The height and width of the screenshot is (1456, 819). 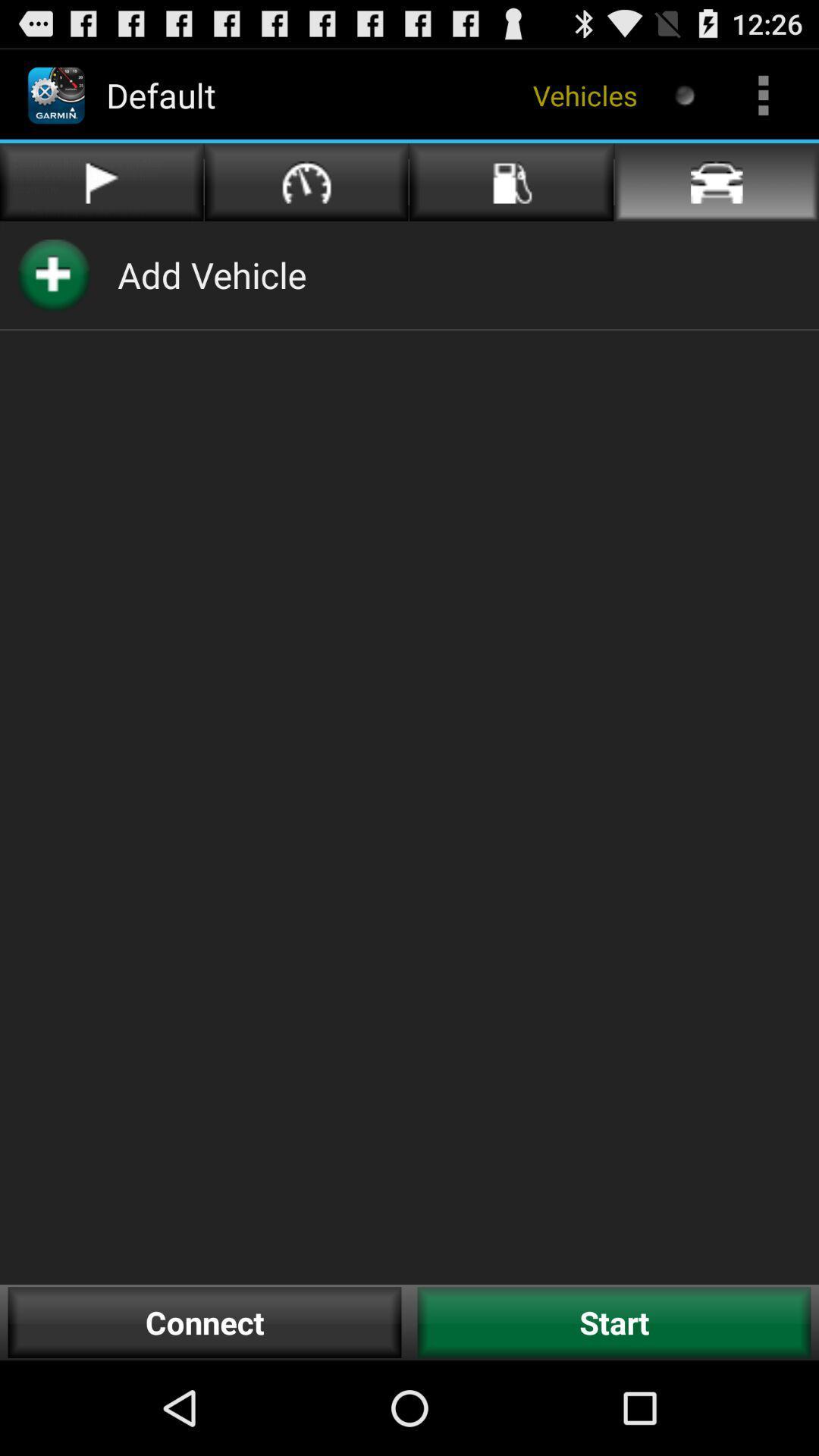 I want to click on the connect item, so click(x=205, y=1322).